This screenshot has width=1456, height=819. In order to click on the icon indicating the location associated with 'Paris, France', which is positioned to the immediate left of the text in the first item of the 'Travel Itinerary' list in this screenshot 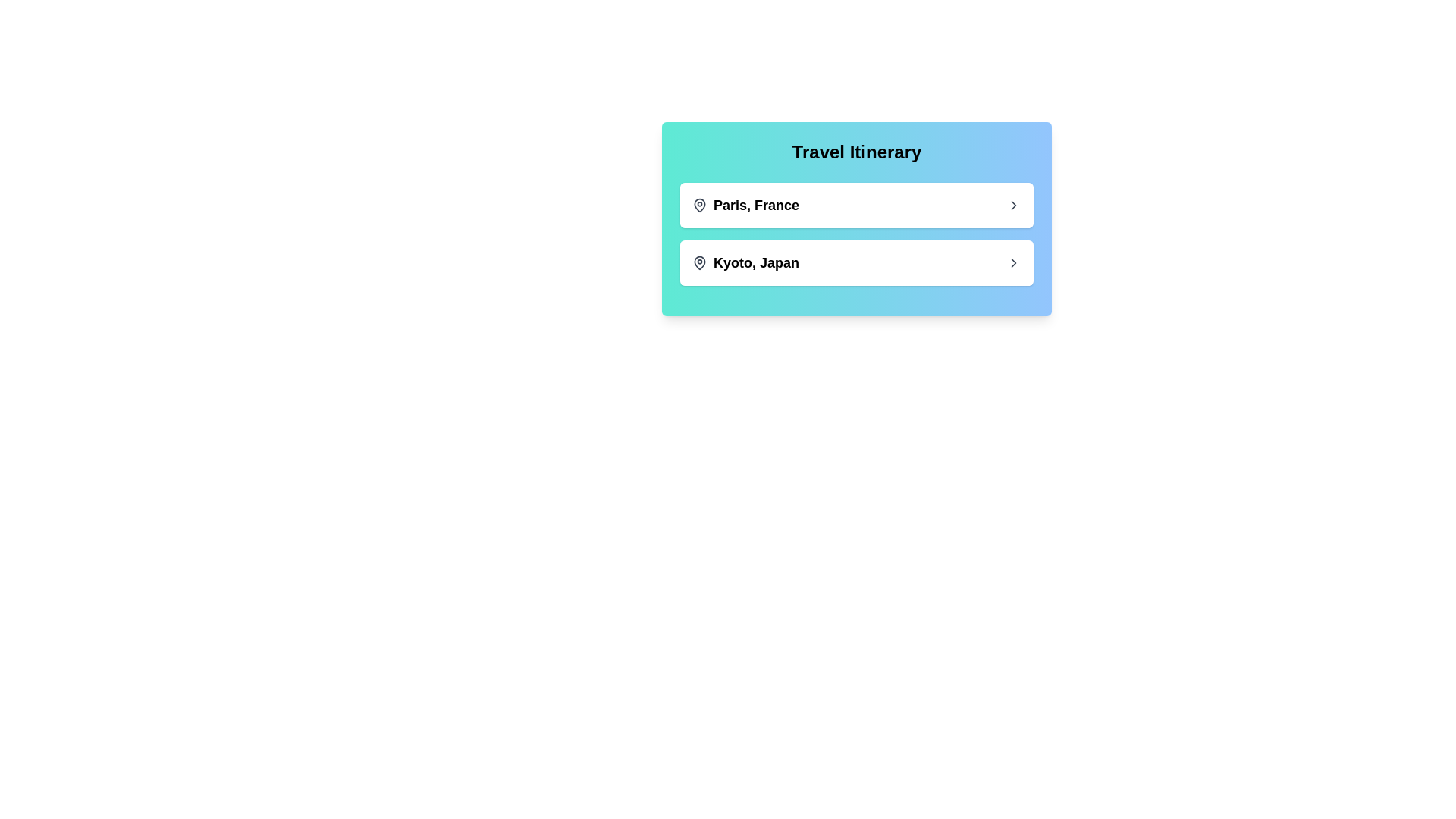, I will do `click(698, 205)`.